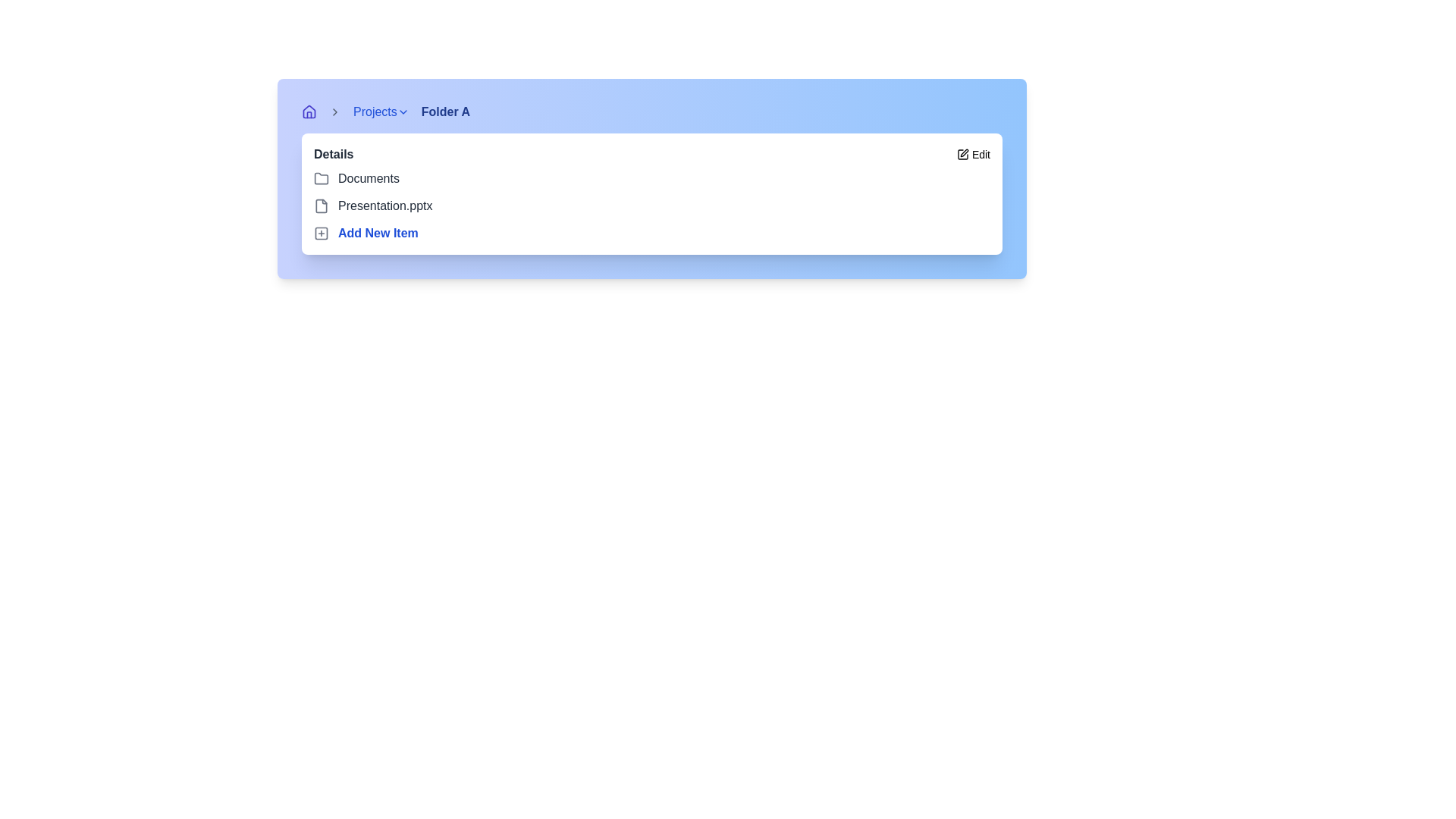 This screenshot has width=1456, height=819. I want to click on the folder icon with a gray outline located in the top left corner of the 'Documents' list item, so click(320, 177).